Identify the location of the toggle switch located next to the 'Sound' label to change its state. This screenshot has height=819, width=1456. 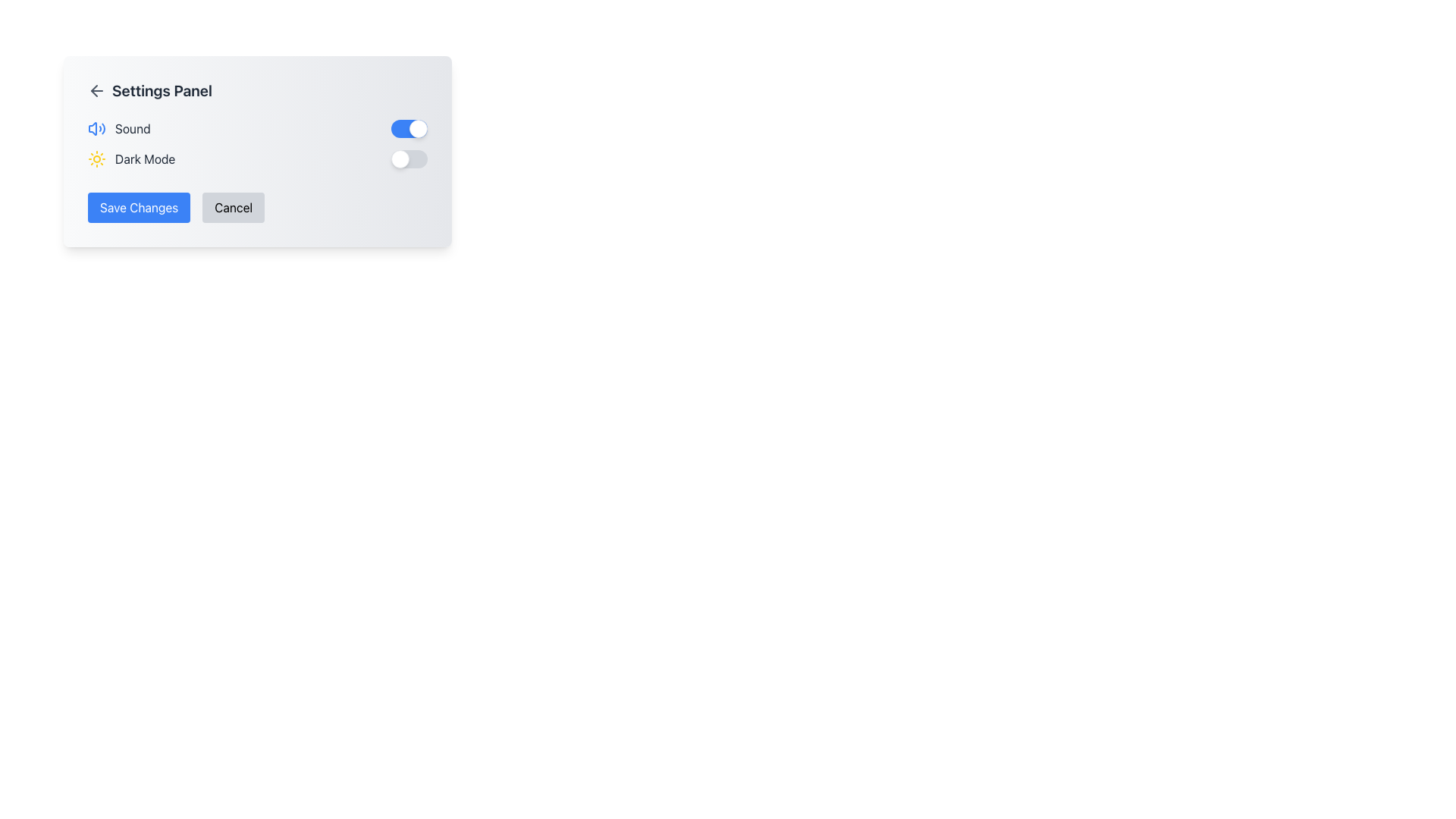
(409, 127).